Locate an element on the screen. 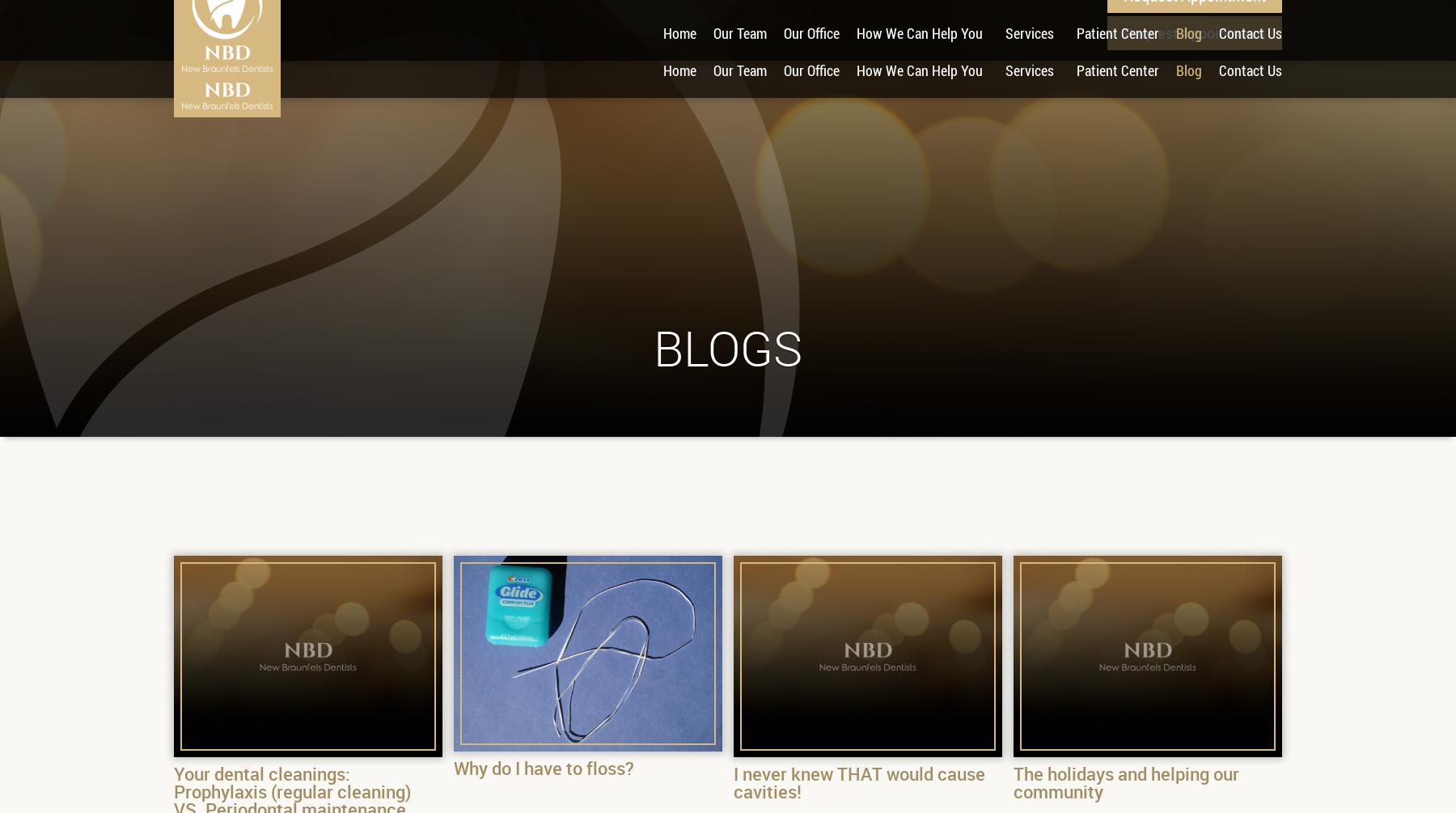 Image resolution: width=1456 pixels, height=813 pixels. 'Services' is located at coordinates (1005, 70).